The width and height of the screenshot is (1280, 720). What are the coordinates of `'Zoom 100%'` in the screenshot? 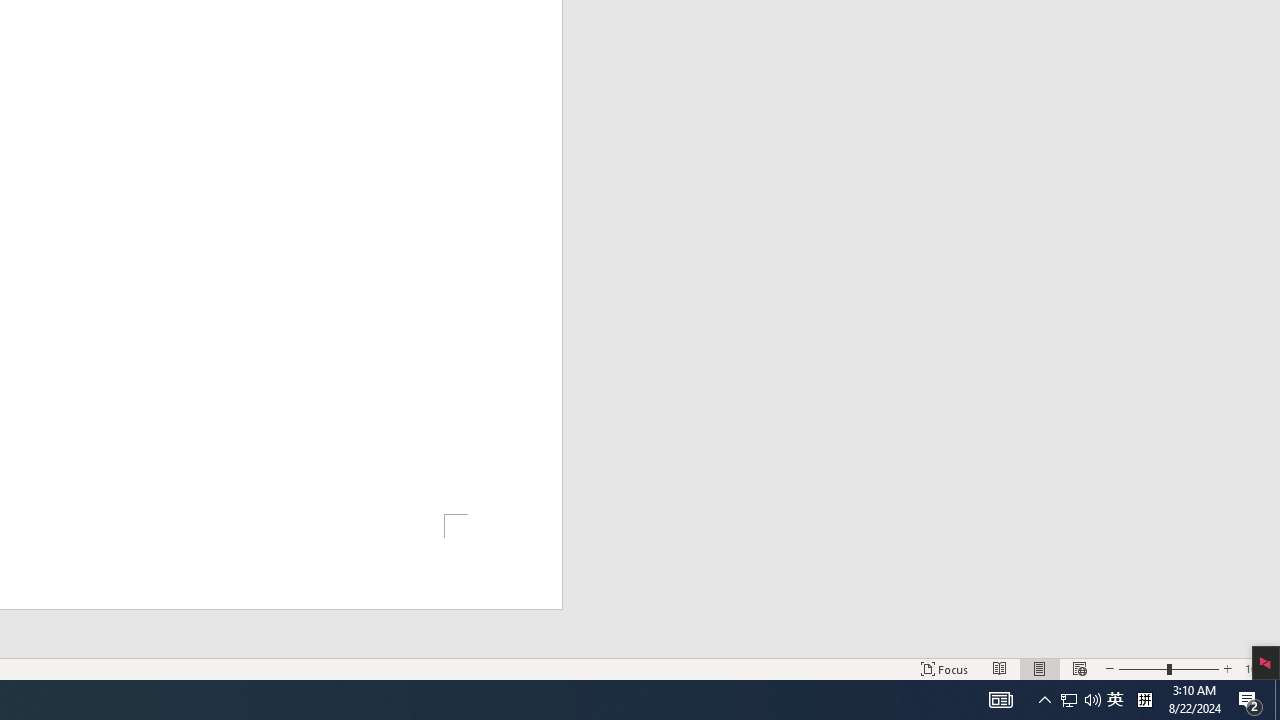 It's located at (1257, 669).